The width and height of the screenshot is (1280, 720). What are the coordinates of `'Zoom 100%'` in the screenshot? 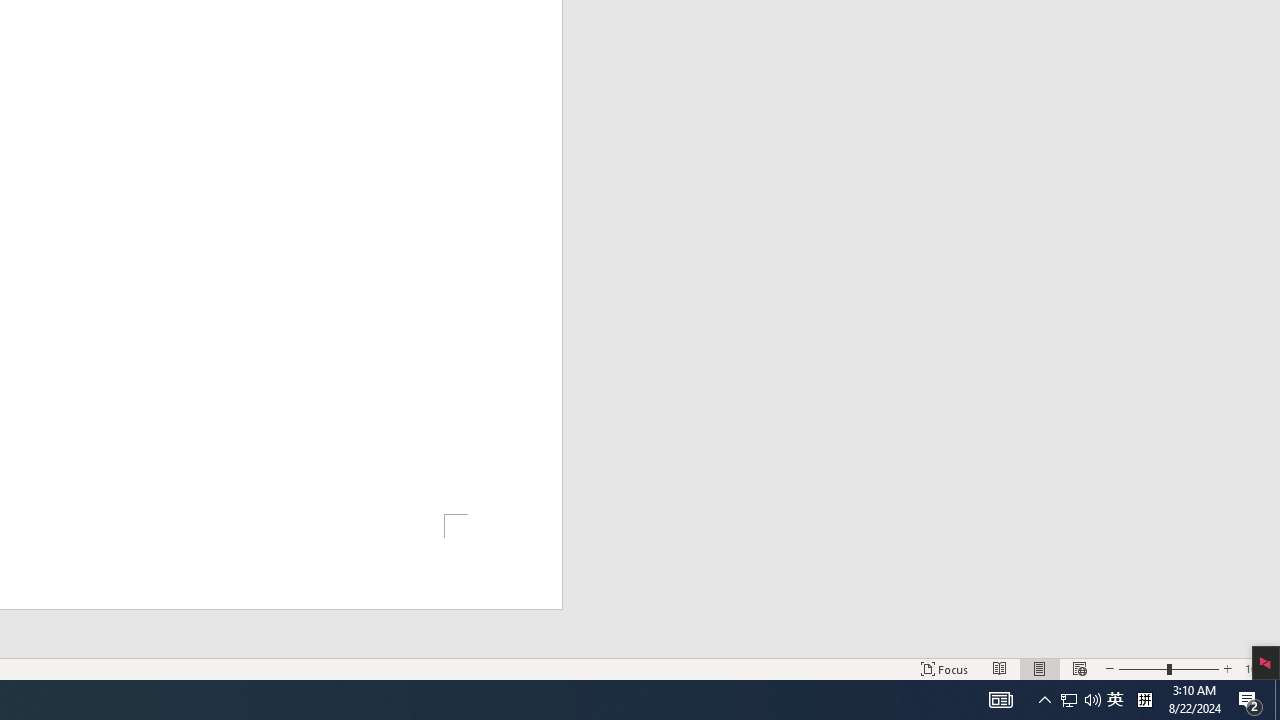 It's located at (1257, 669).